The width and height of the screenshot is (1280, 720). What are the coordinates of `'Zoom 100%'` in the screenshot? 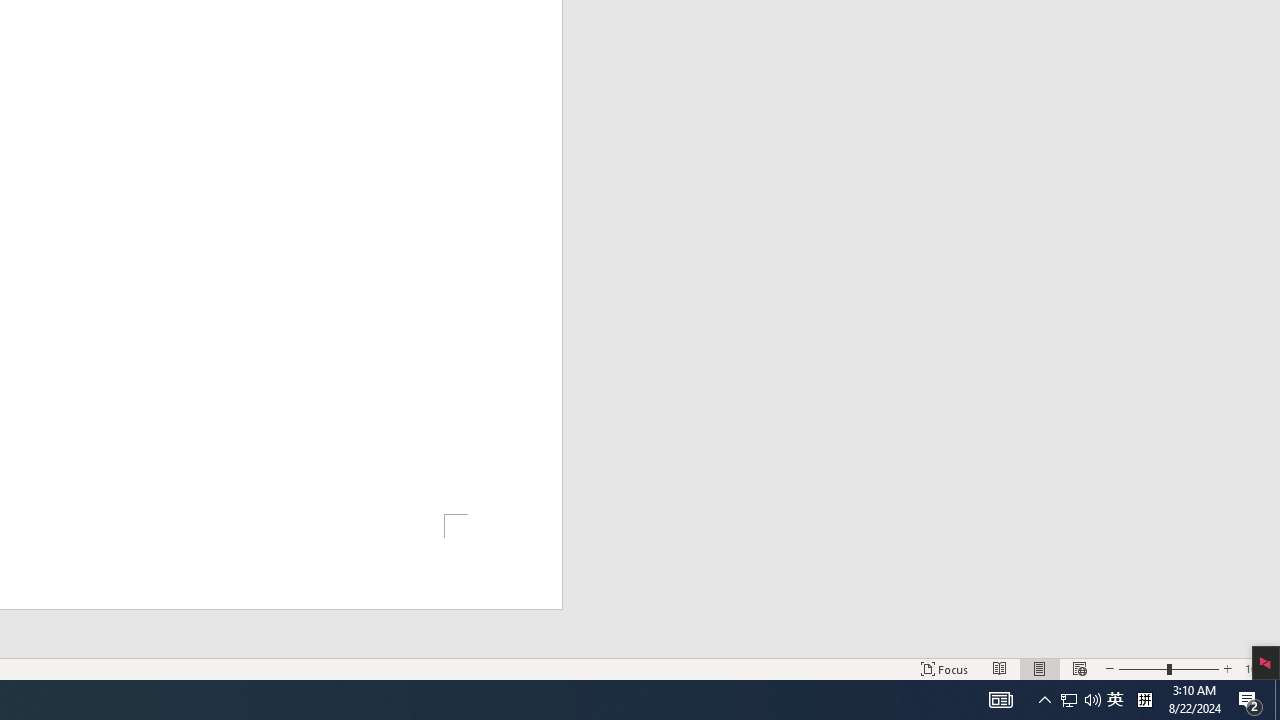 It's located at (1257, 669).